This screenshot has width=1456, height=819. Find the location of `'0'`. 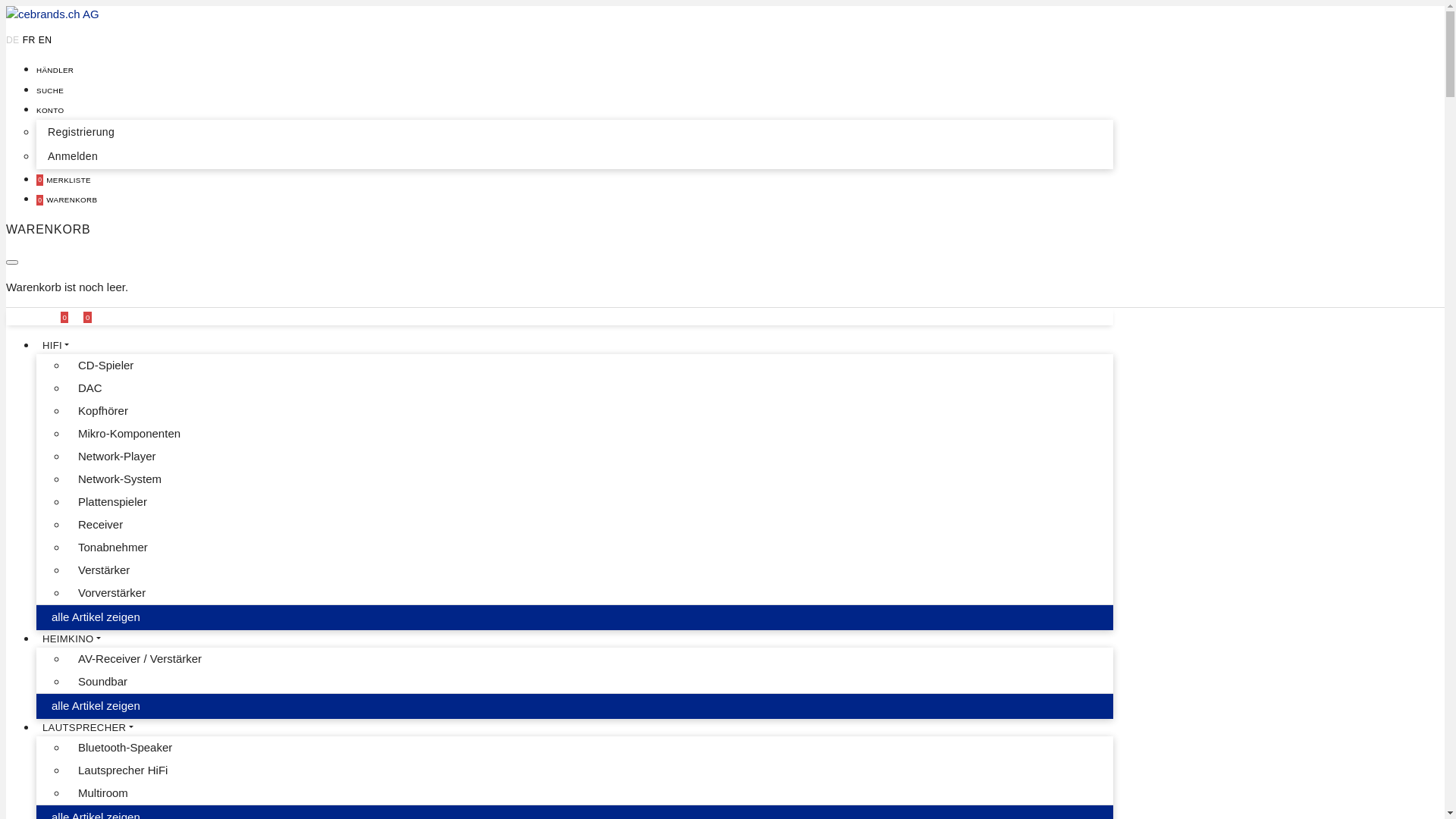

'0' is located at coordinates (86, 315).